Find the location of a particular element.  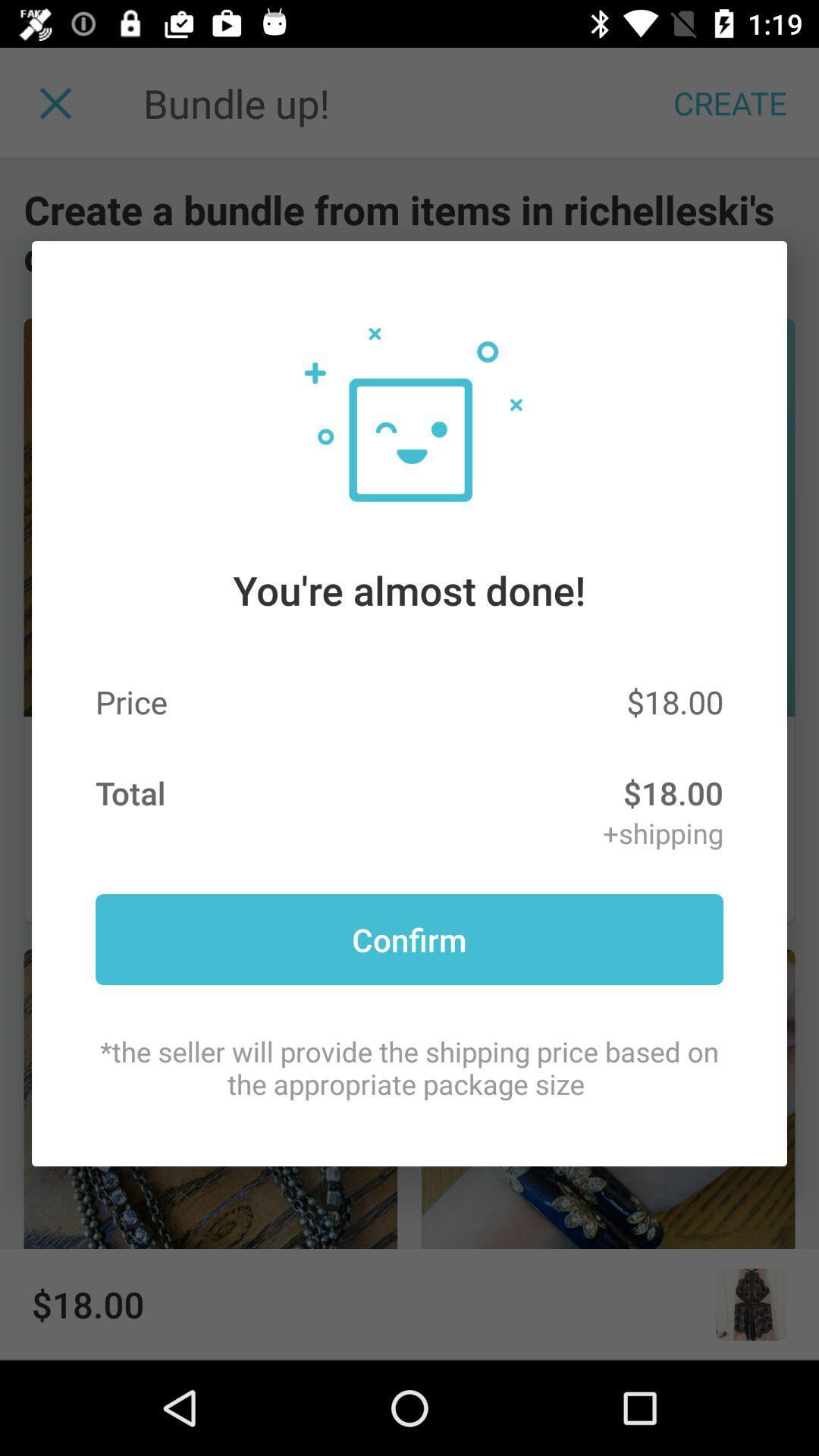

the confirm is located at coordinates (409, 938).